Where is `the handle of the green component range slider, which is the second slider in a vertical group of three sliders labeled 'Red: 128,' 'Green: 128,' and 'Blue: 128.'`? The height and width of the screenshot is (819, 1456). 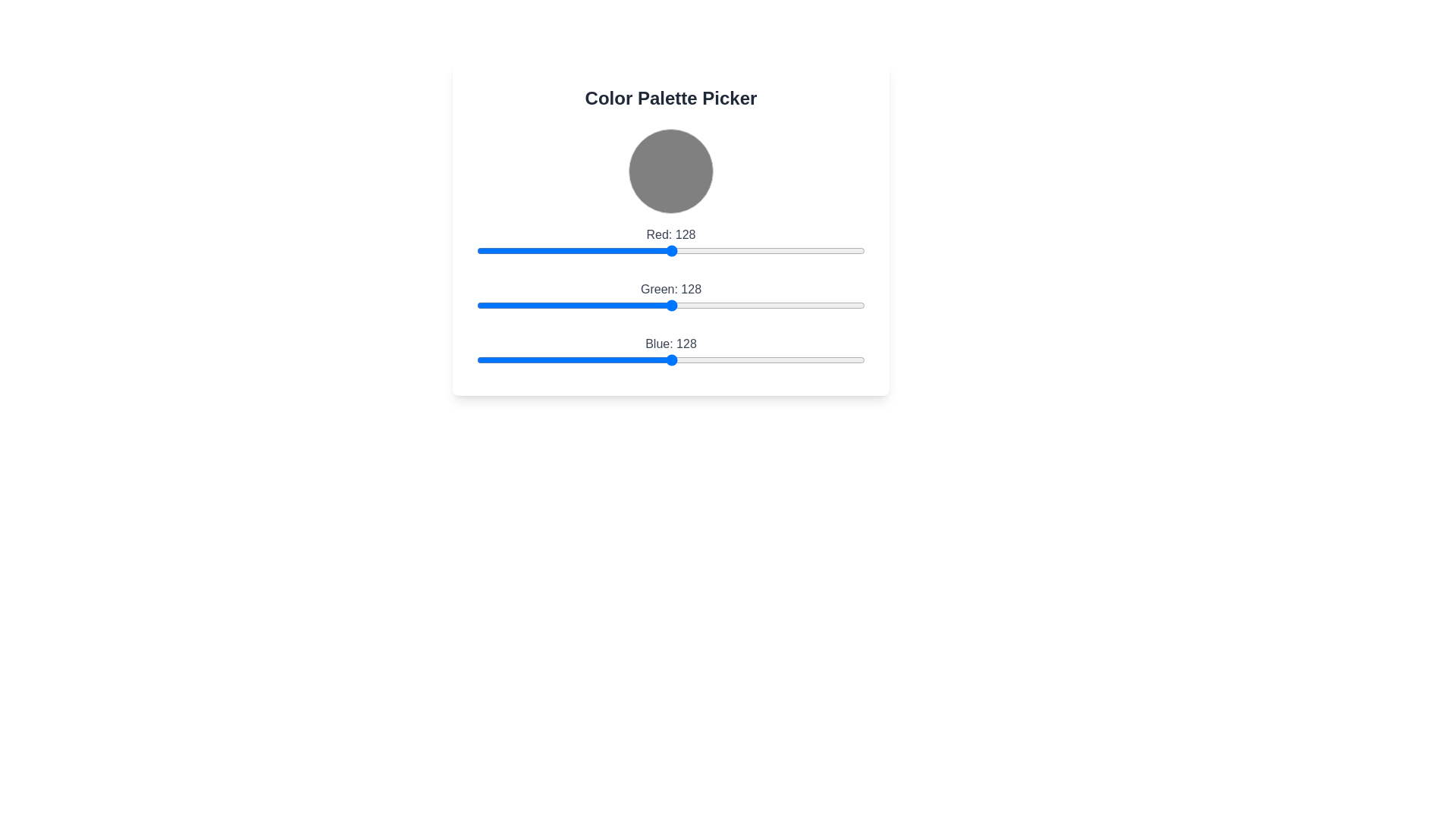 the handle of the green component range slider, which is the second slider in a vertical group of three sliders labeled 'Red: 128,' 'Green: 128,' and 'Blue: 128.' is located at coordinates (670, 298).